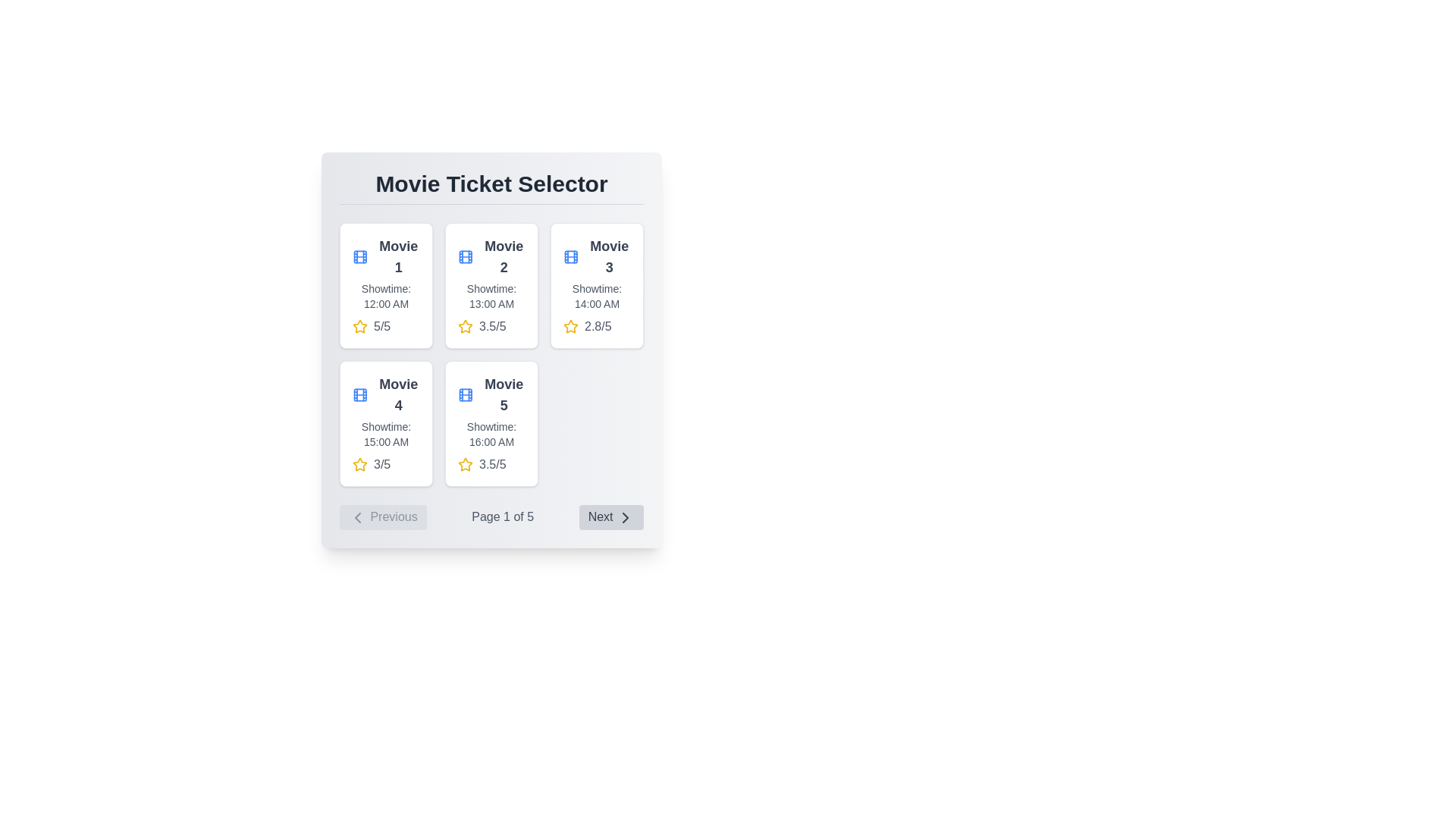  What do you see at coordinates (491, 350) in the screenshot?
I see `the second Information Card in the Movie Ticket Selector section, which displays movie options including the name, showtime, and user rating` at bounding box center [491, 350].